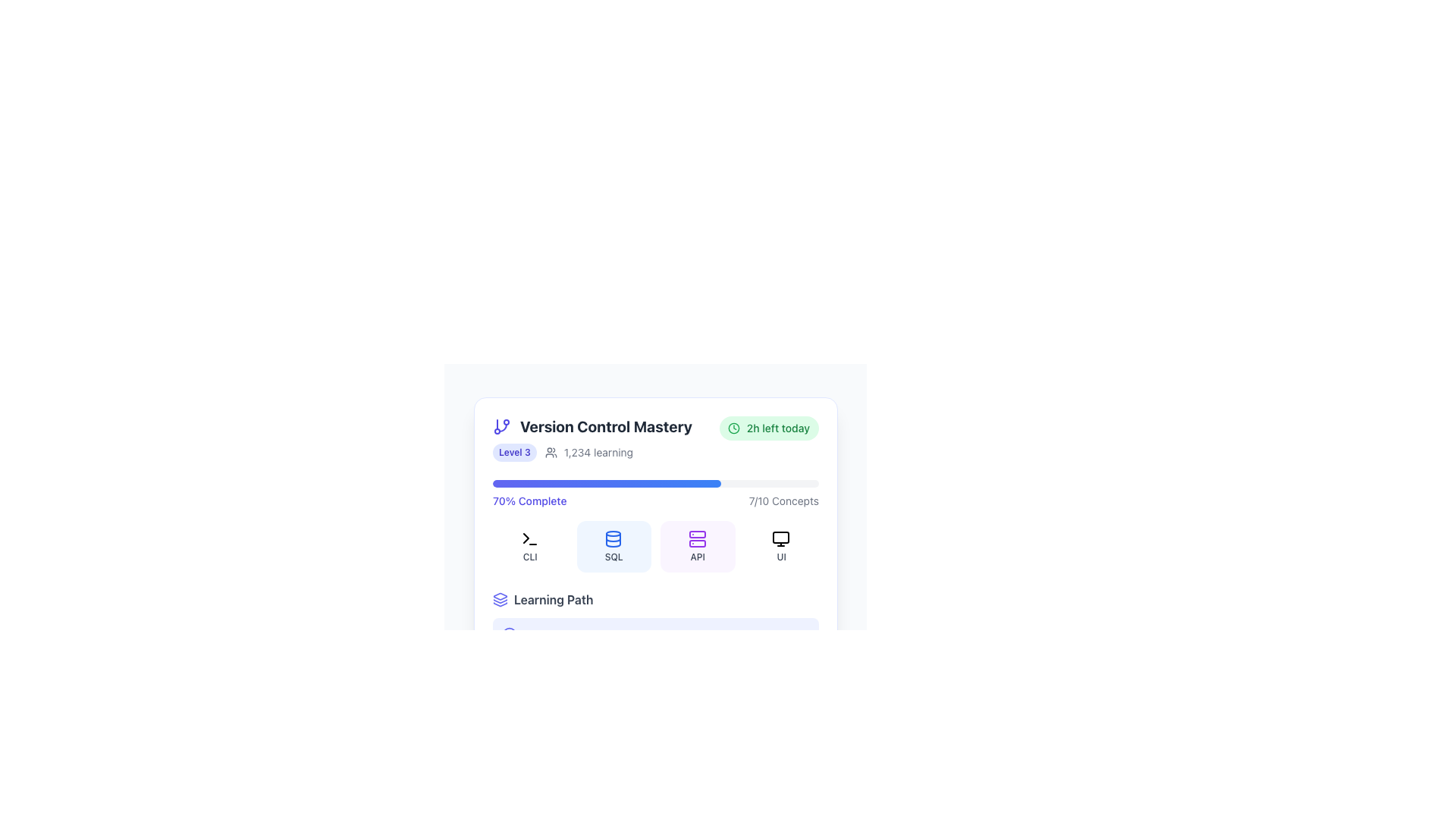 The image size is (1456, 819). What do you see at coordinates (655, 483) in the screenshot?
I see `the progress bar representing 70% completion for the learning module titled 'Version Control Mastery'` at bounding box center [655, 483].